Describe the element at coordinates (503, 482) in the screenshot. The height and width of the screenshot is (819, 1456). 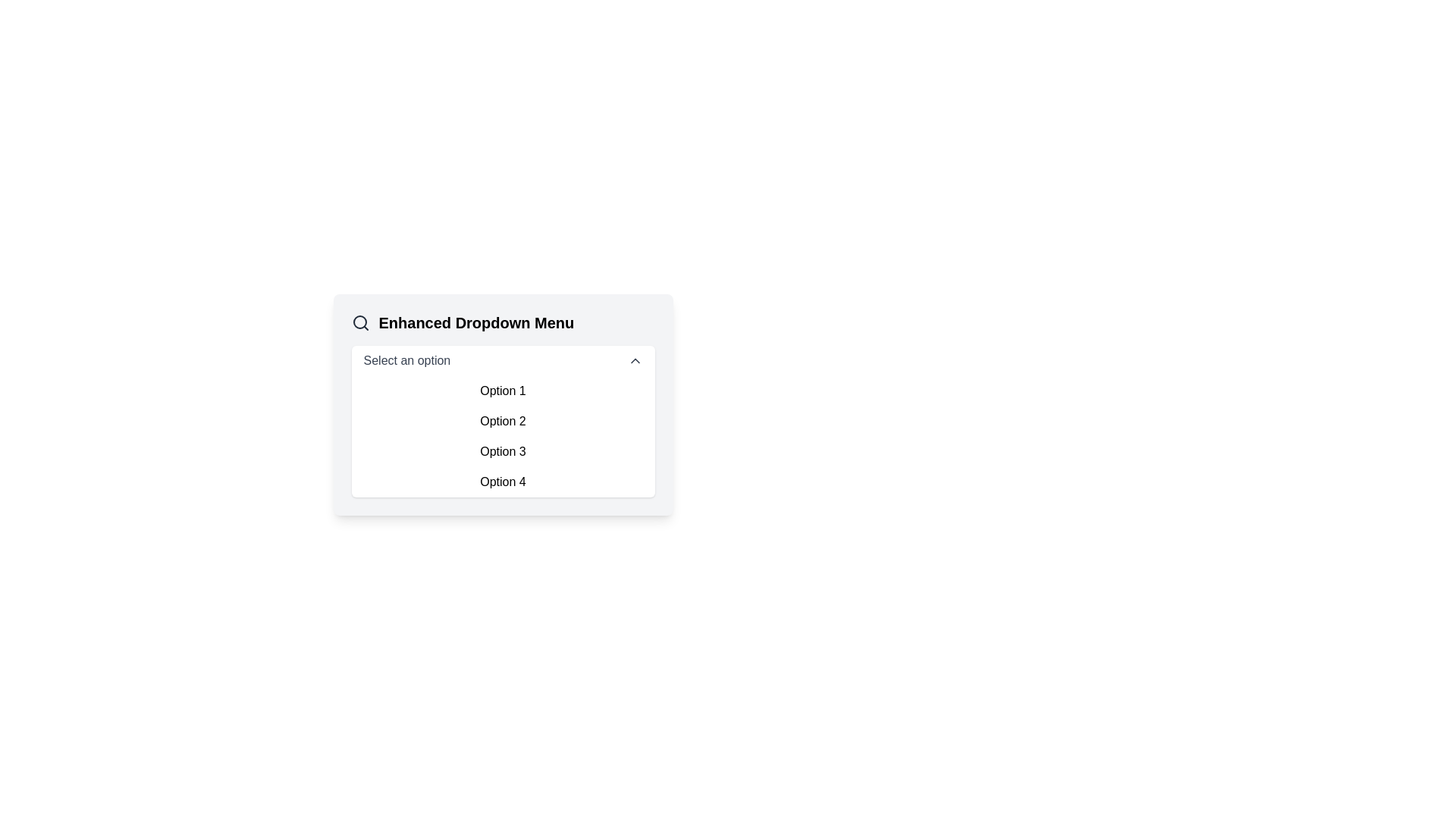
I see `the fourth option in the dropdown menu` at that location.